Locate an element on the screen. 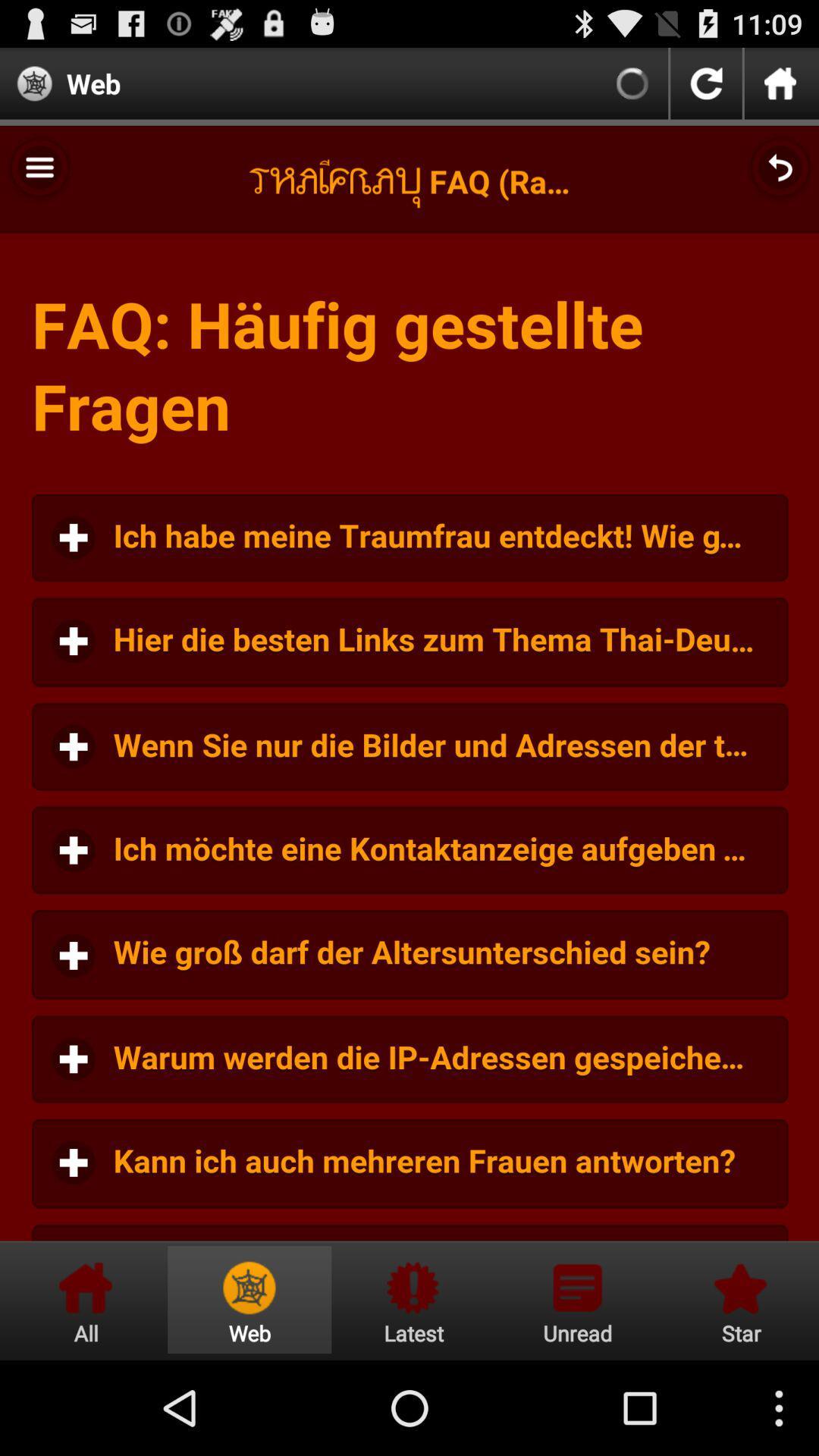  important notifications is located at coordinates (413, 1299).